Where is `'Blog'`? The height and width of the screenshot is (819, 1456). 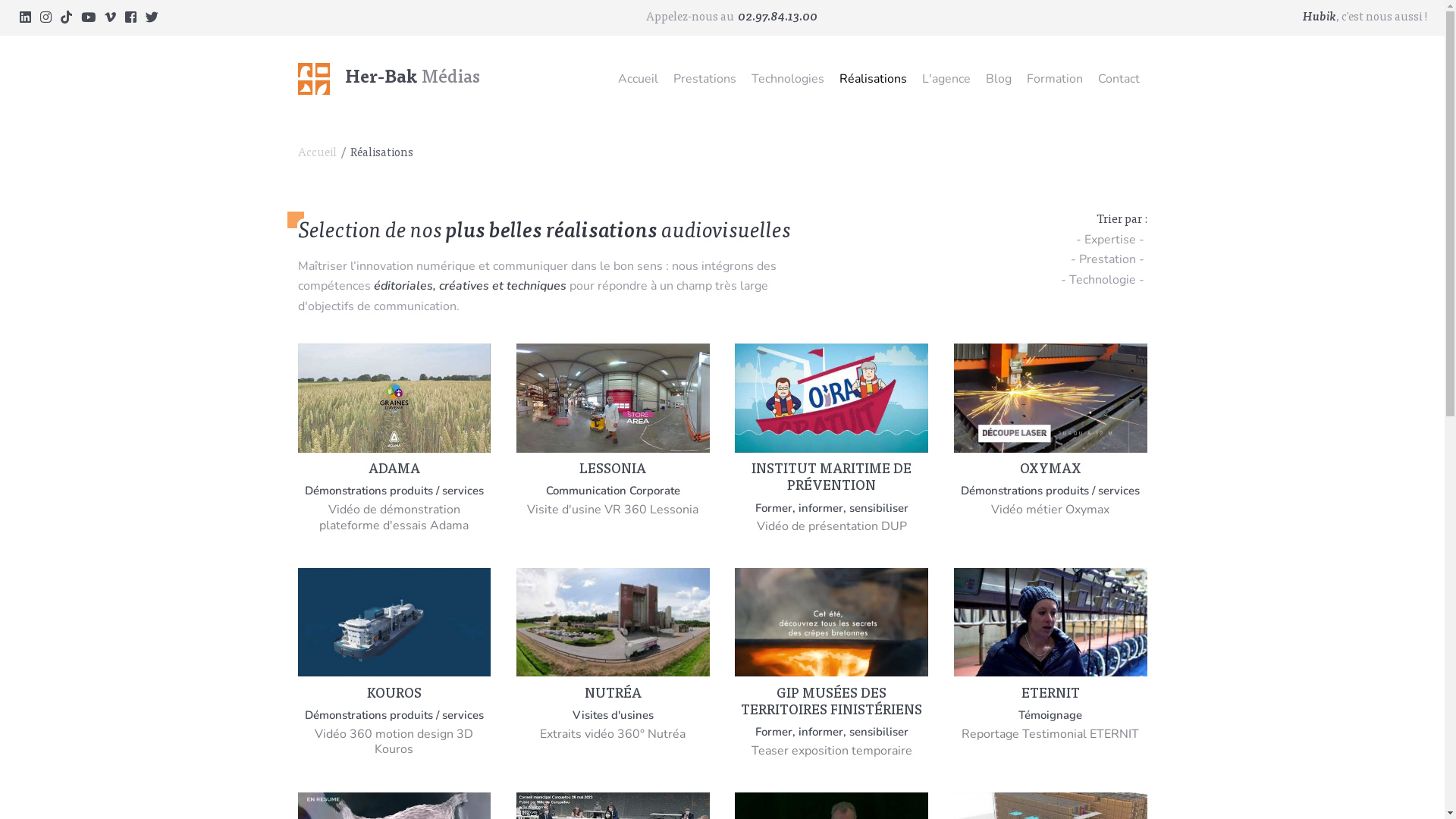 'Blog' is located at coordinates (998, 79).